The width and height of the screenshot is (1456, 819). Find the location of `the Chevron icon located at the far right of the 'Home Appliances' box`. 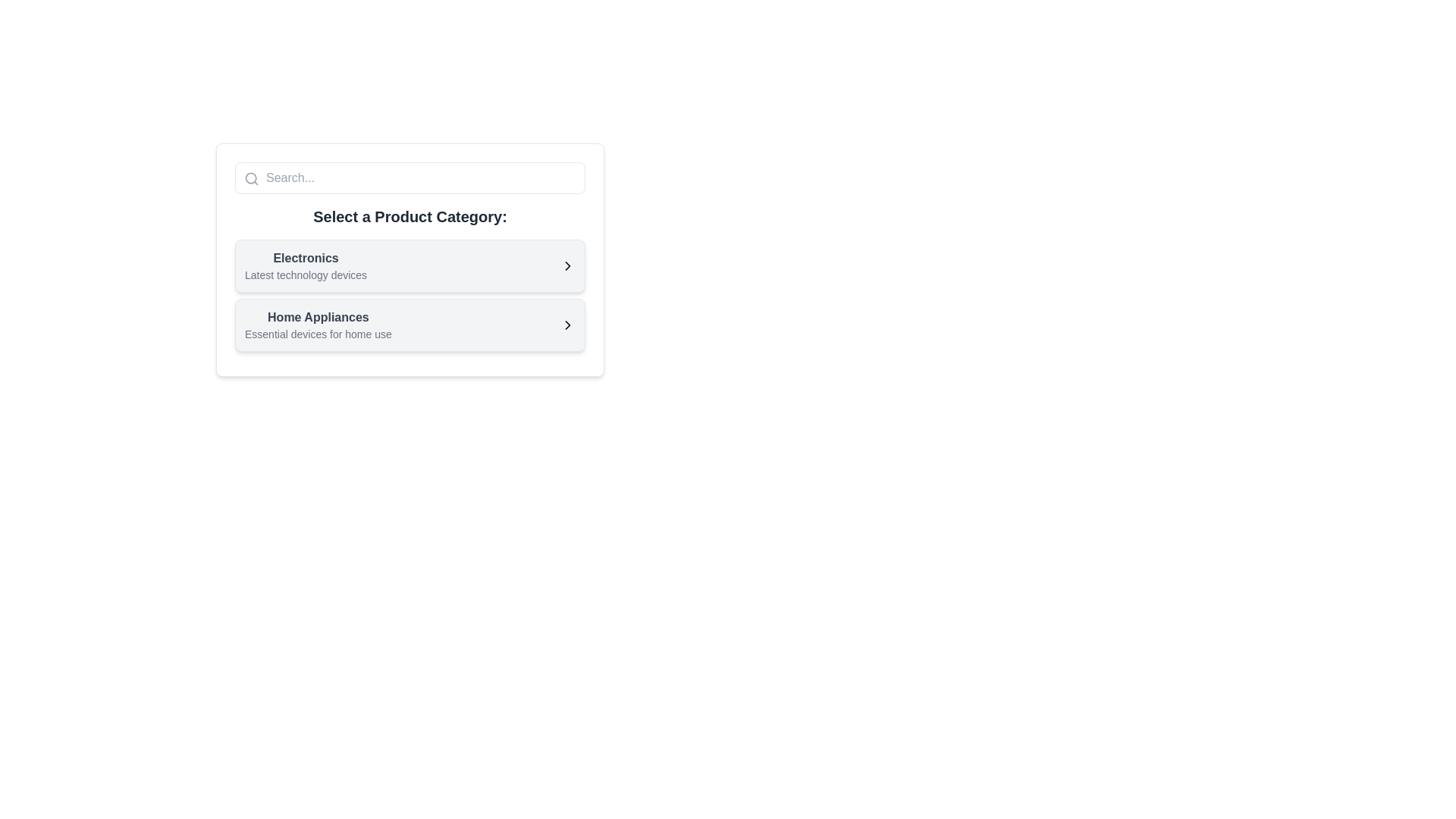

the Chevron icon located at the far right of the 'Home Appliances' box is located at coordinates (566, 324).